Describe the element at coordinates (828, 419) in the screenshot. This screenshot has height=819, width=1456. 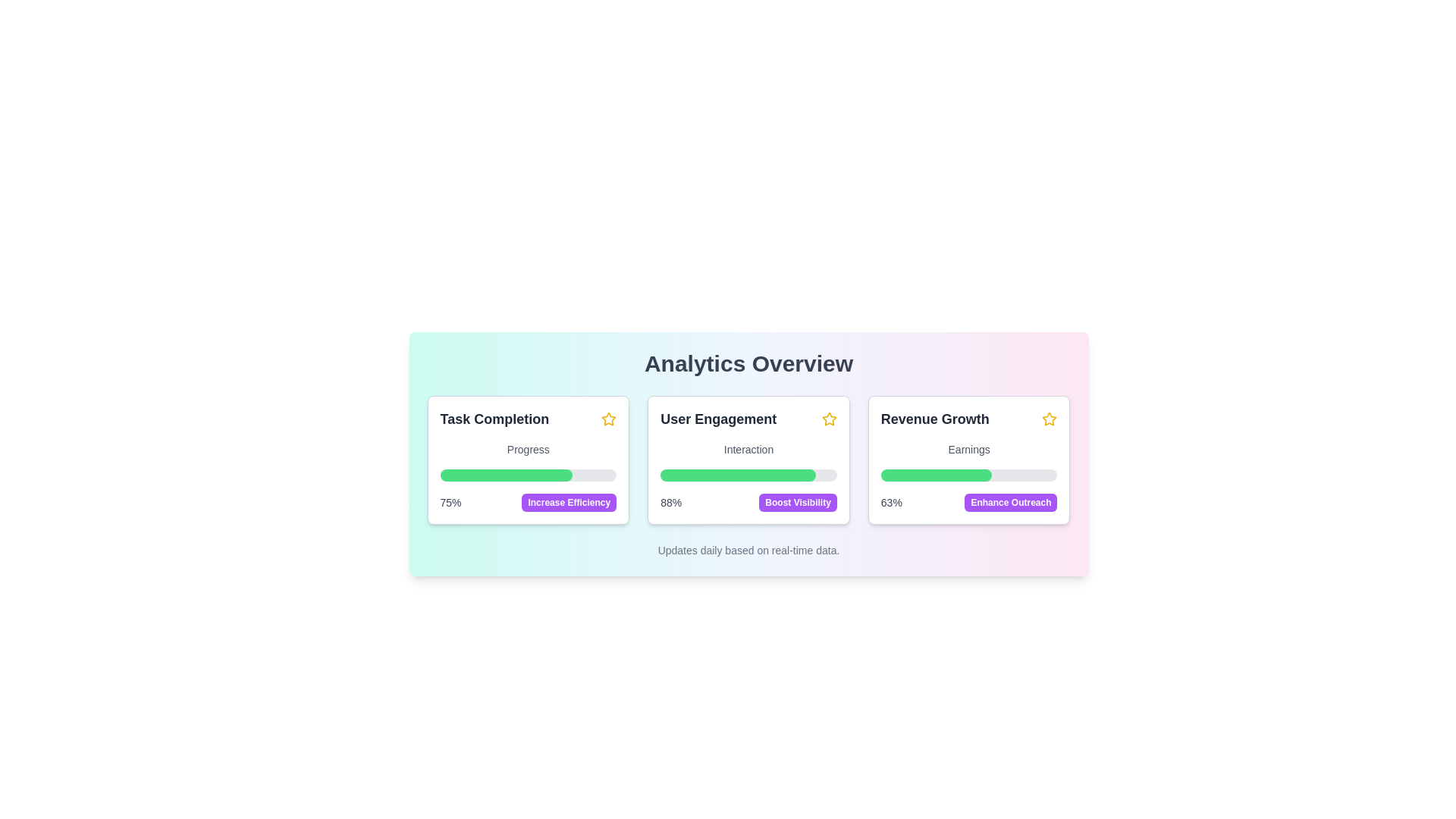
I see `the star icon located in the top-right corner of the 'User Engagement' card, which serves as a visual indicator for rating or highlighting important aspects` at that location.